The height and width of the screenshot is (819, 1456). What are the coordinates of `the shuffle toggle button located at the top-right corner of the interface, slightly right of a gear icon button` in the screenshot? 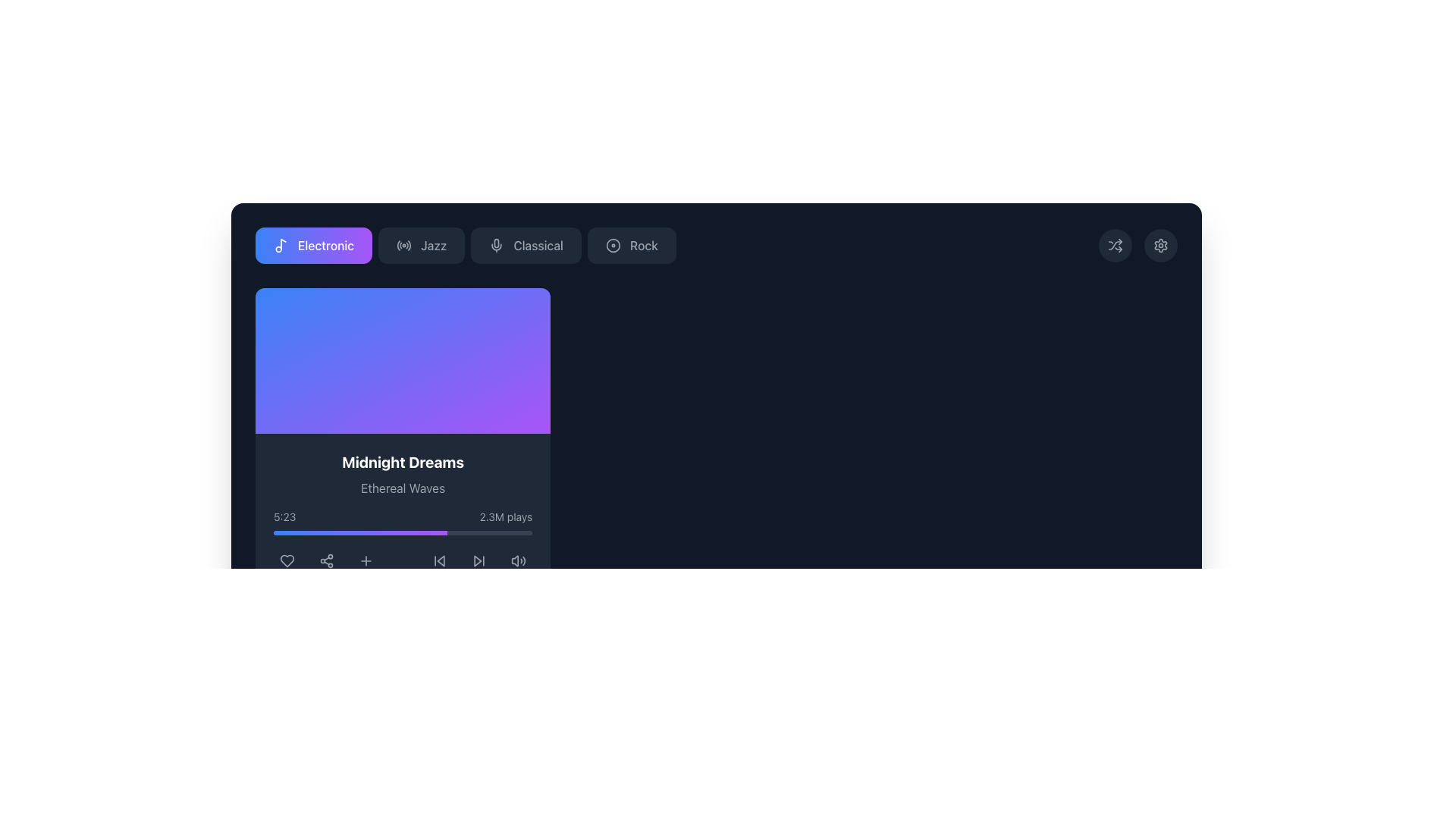 It's located at (1115, 245).